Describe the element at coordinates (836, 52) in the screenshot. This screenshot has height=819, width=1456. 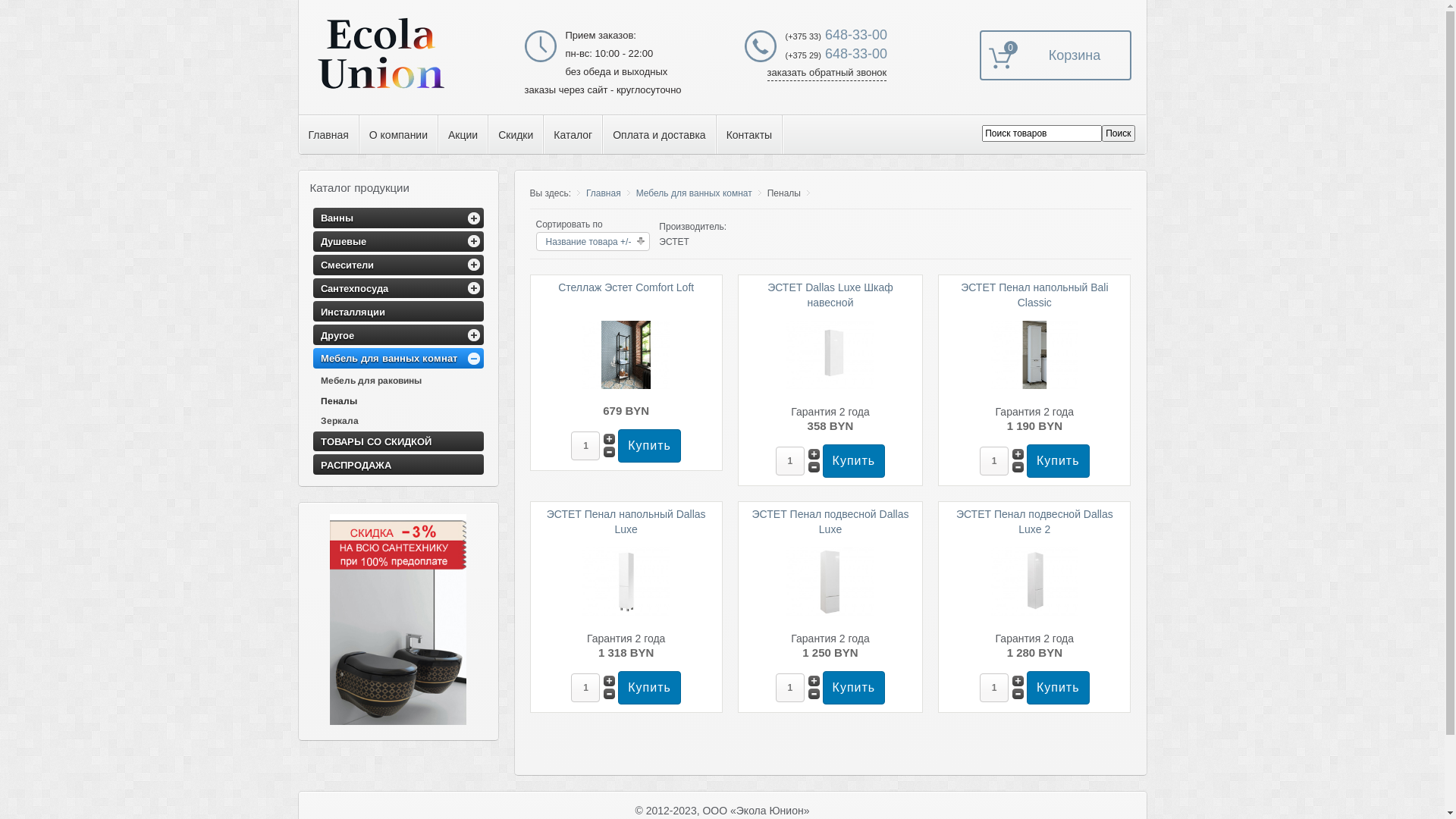
I see `'(+375 29) 648-33-00'` at that location.